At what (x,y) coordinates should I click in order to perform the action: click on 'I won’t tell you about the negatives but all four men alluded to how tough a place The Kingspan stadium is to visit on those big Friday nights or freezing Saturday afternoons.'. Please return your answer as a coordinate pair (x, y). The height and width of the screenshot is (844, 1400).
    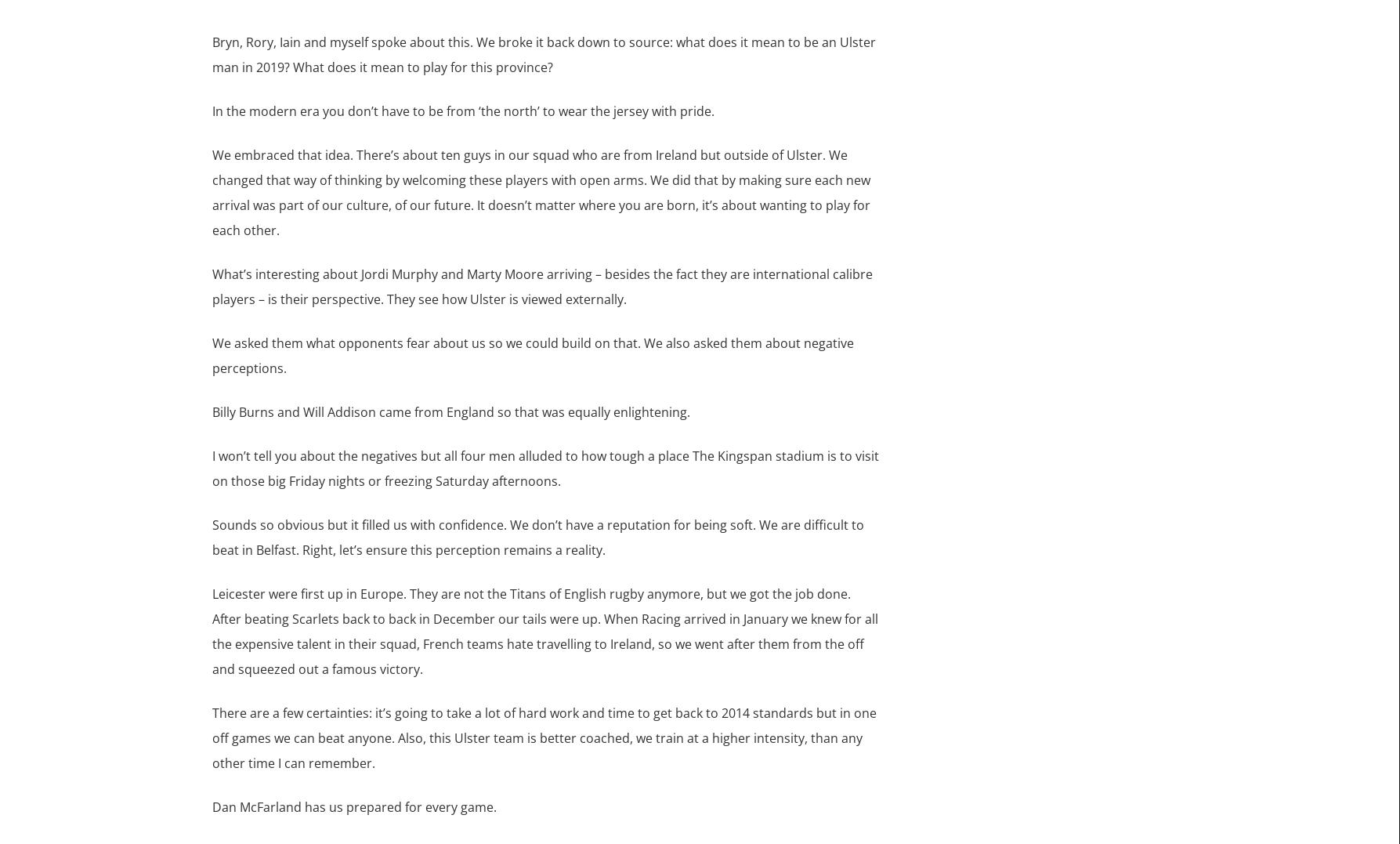
    Looking at the image, I should click on (544, 466).